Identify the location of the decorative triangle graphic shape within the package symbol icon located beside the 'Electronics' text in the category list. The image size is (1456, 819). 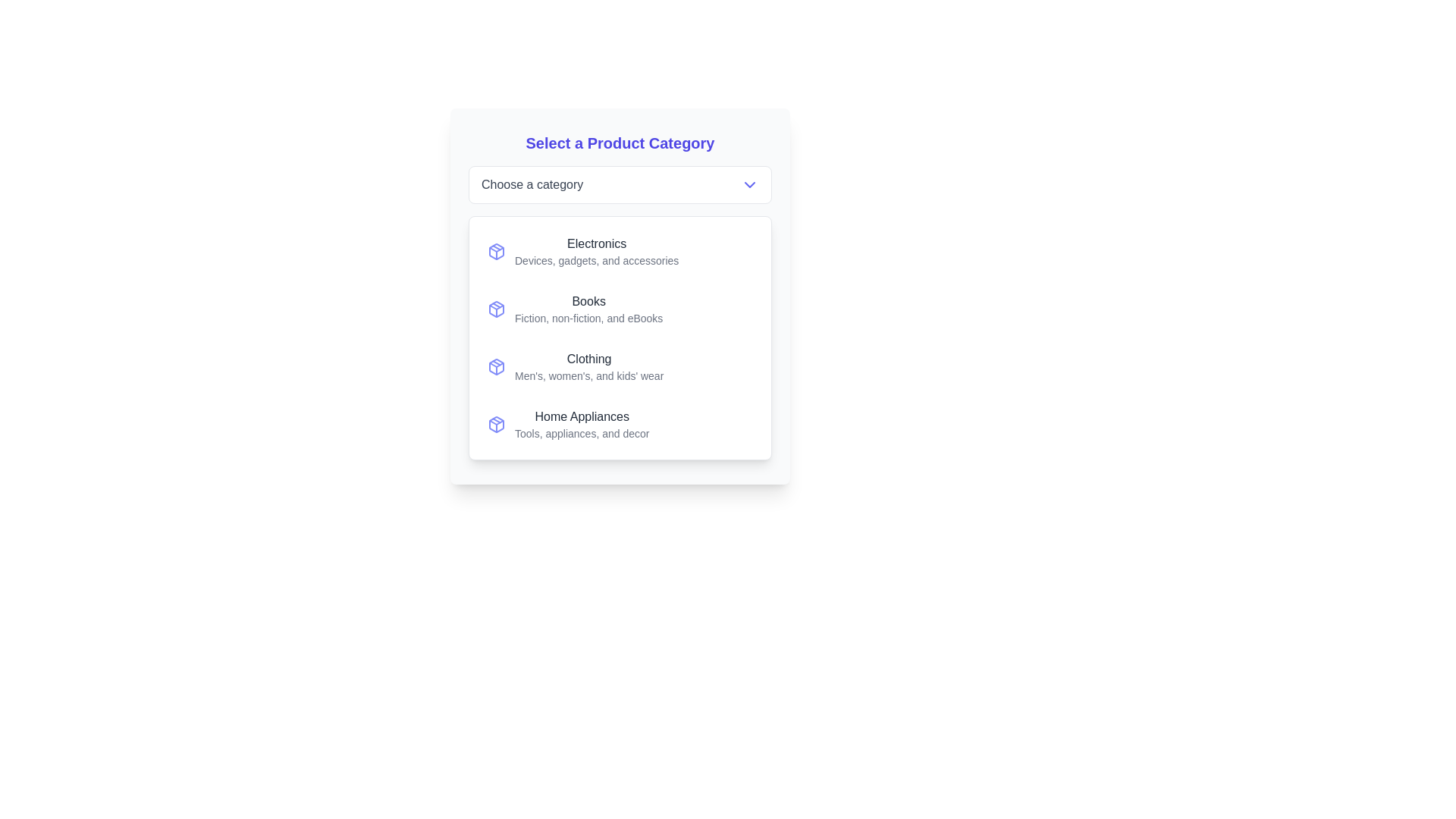
(496, 249).